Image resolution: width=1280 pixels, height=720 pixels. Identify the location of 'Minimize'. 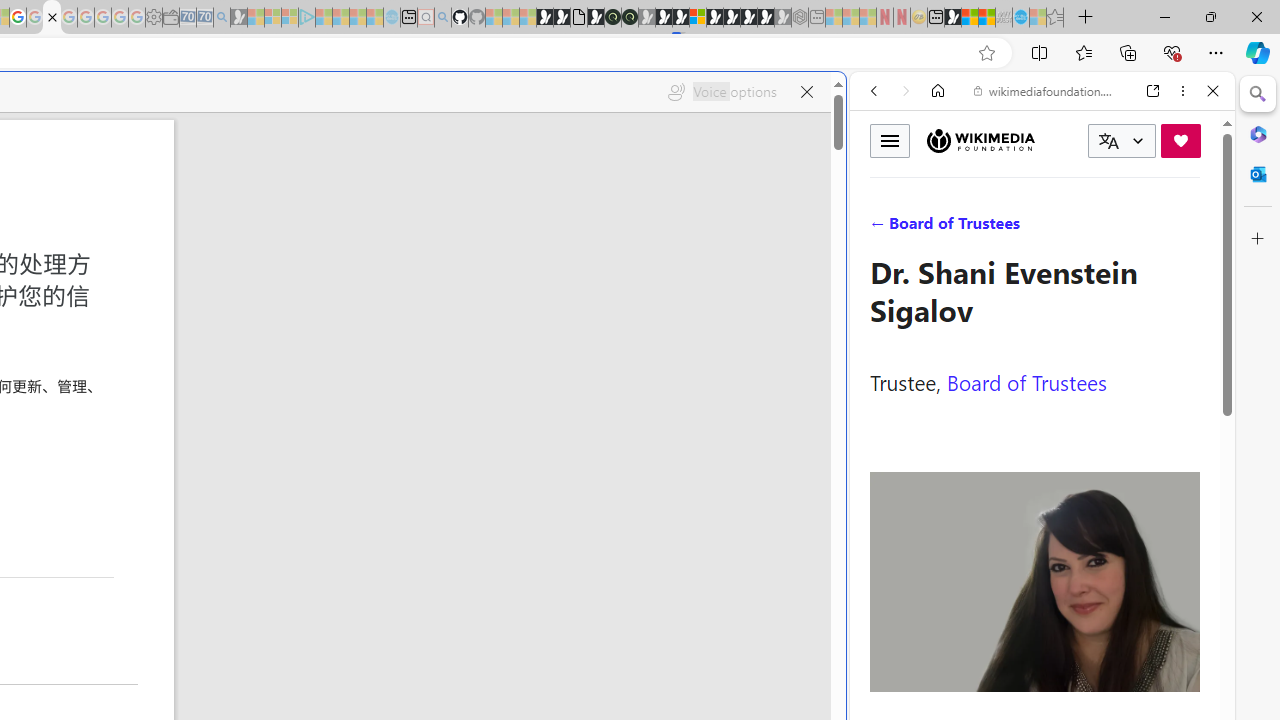
(1164, 16).